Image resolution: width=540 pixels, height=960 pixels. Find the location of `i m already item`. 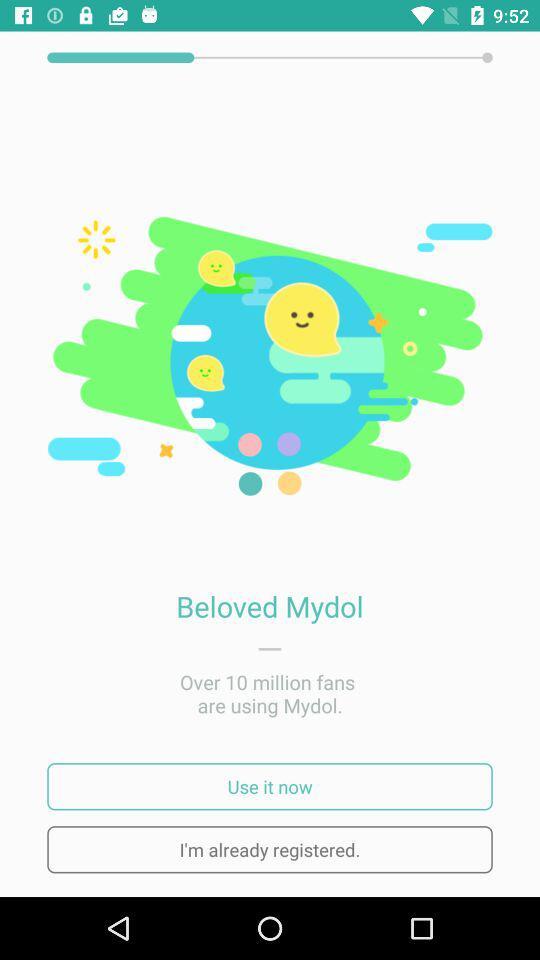

i m already item is located at coordinates (270, 848).